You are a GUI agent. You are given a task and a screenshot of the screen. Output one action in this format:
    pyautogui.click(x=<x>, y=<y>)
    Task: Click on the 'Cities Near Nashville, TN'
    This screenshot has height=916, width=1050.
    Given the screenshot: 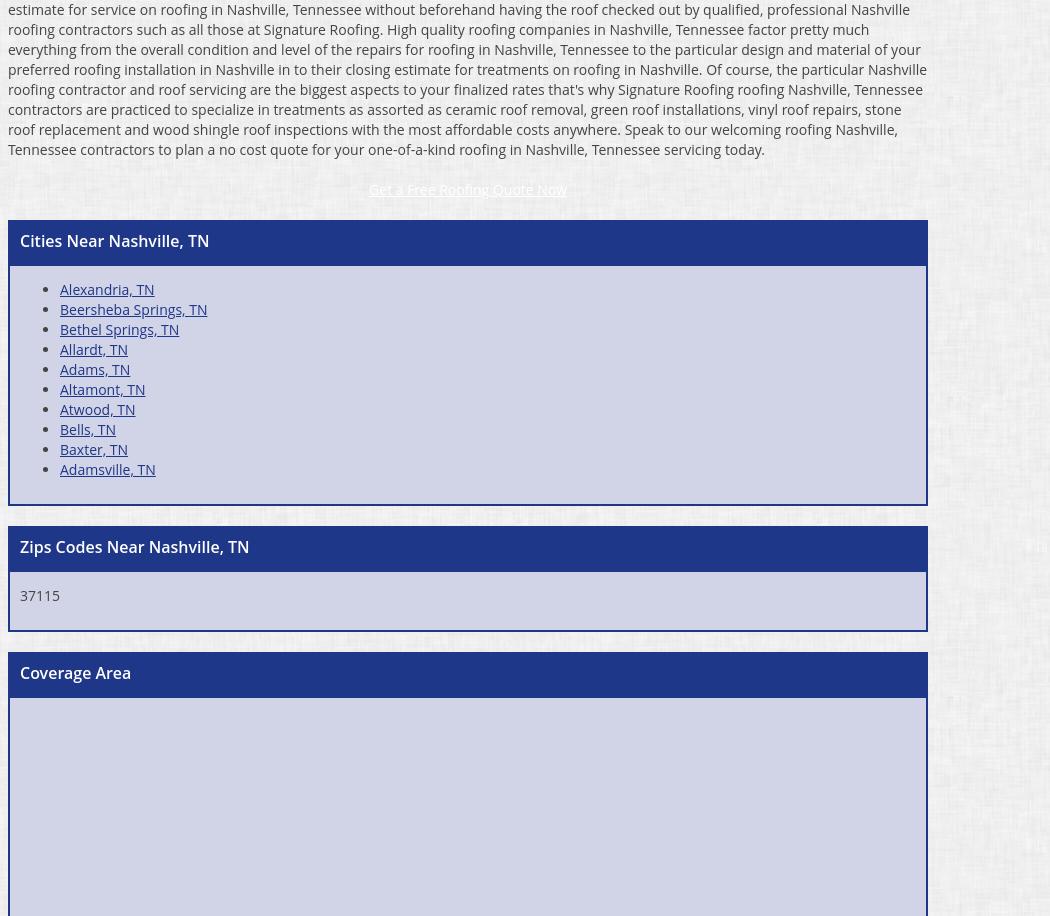 What is the action you would take?
    pyautogui.click(x=113, y=239)
    